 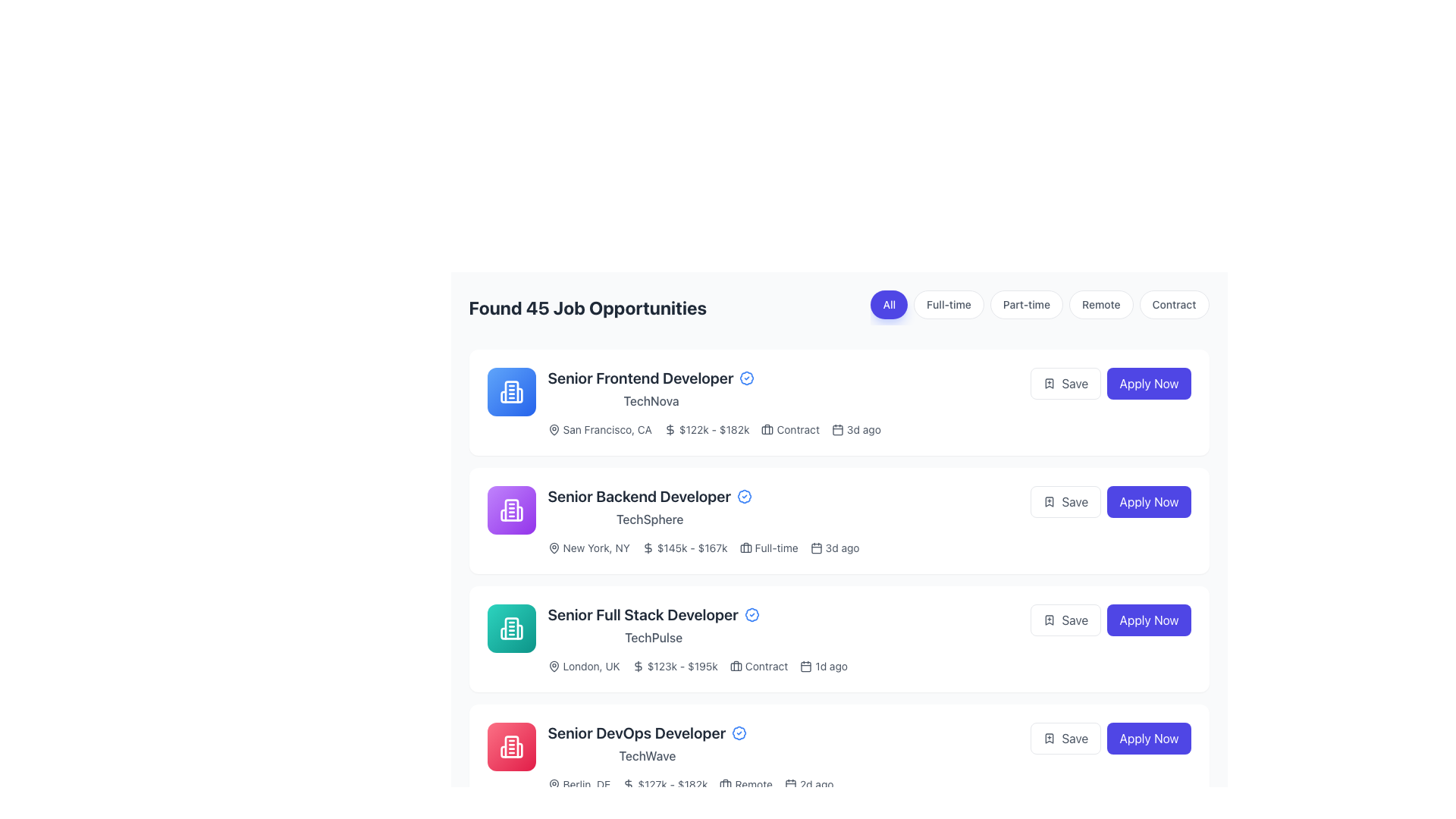 I want to click on the decorative graphical element that represents part of a building icon located in the bottom-right job posting tile, so click(x=503, y=752).